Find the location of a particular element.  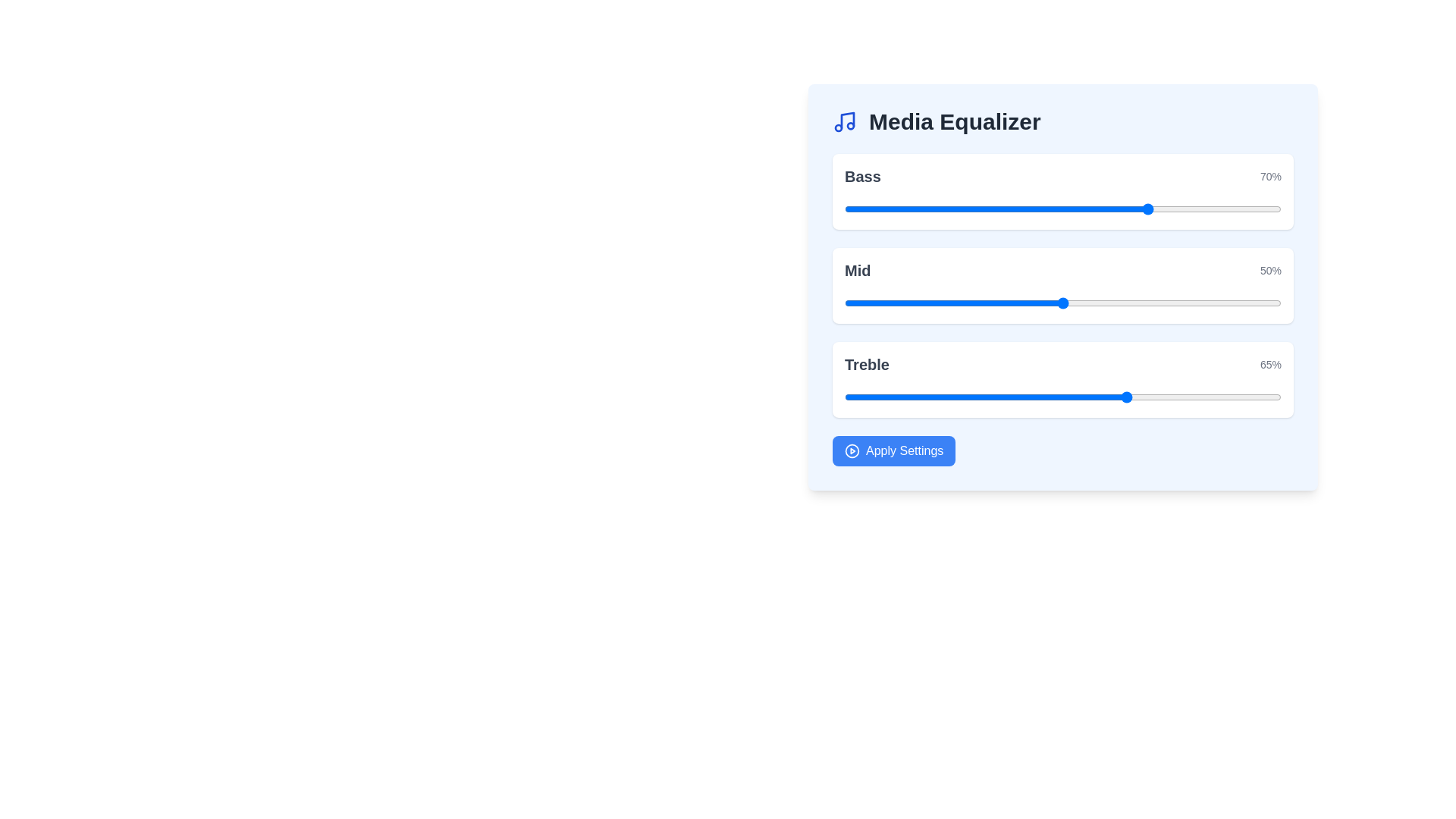

treble is located at coordinates (944, 397).